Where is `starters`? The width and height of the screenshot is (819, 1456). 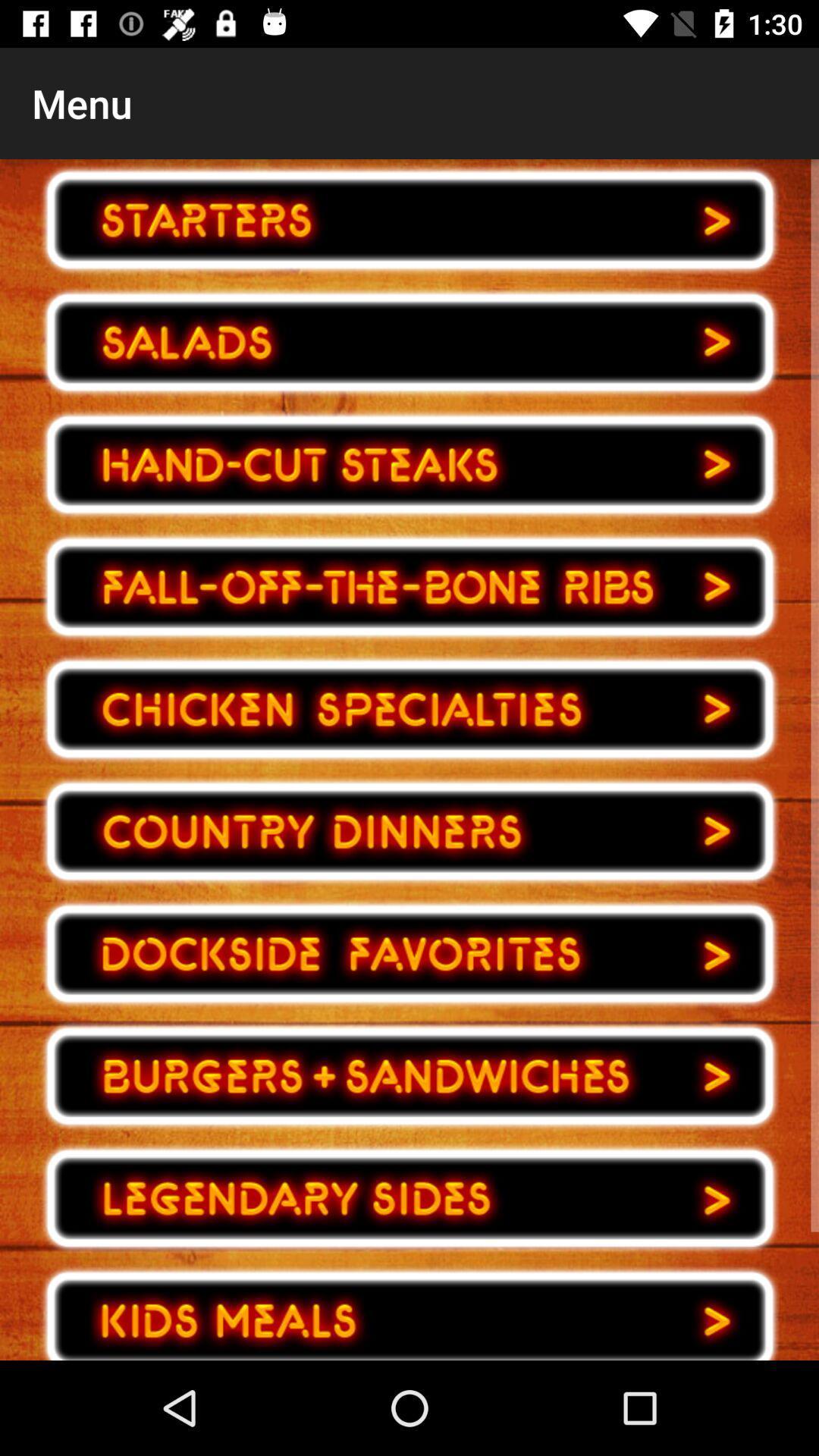
starters is located at coordinates (409, 219).